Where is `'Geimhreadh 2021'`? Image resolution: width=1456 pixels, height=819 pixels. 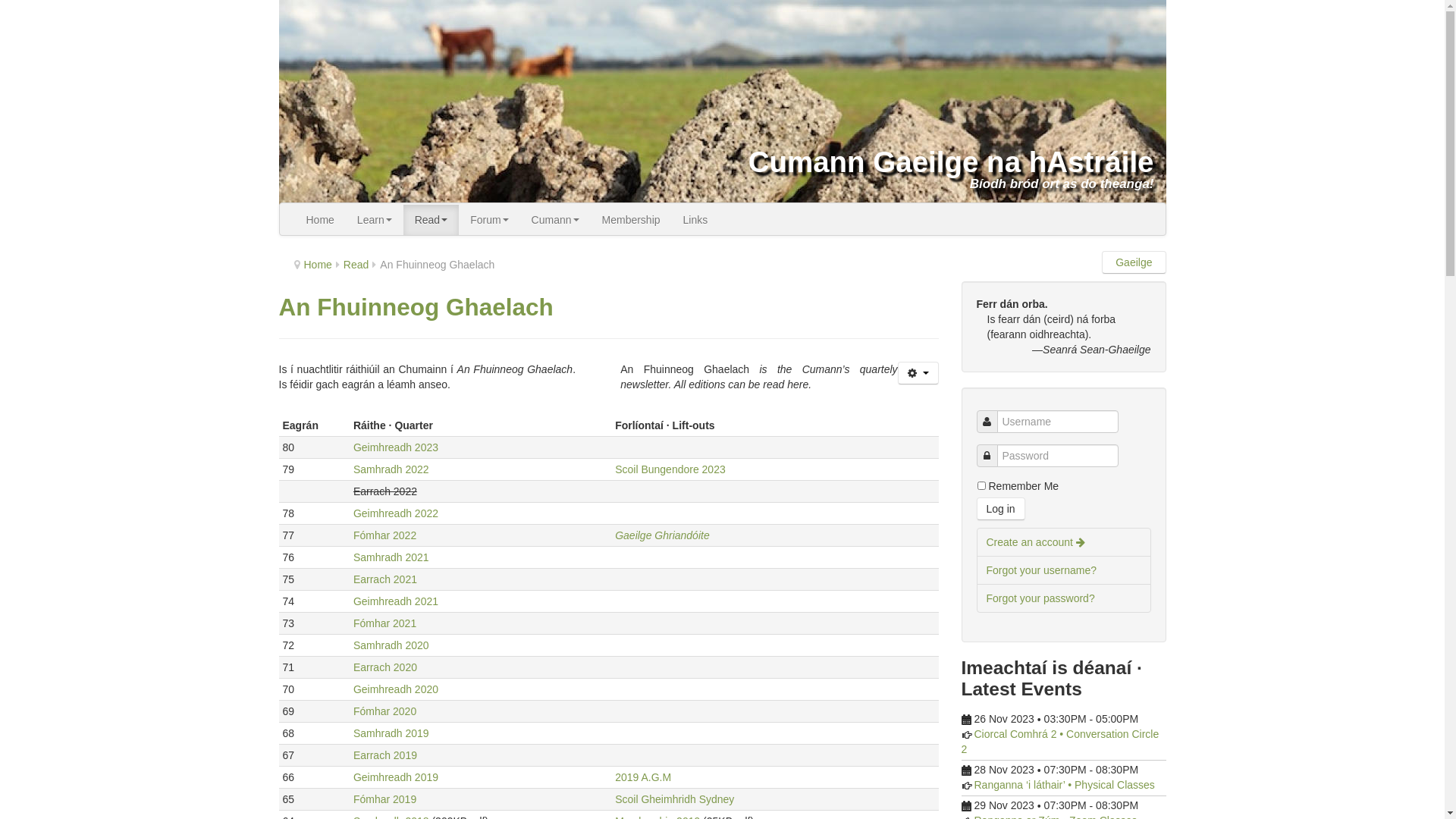
'Geimhreadh 2021' is located at coordinates (396, 601).